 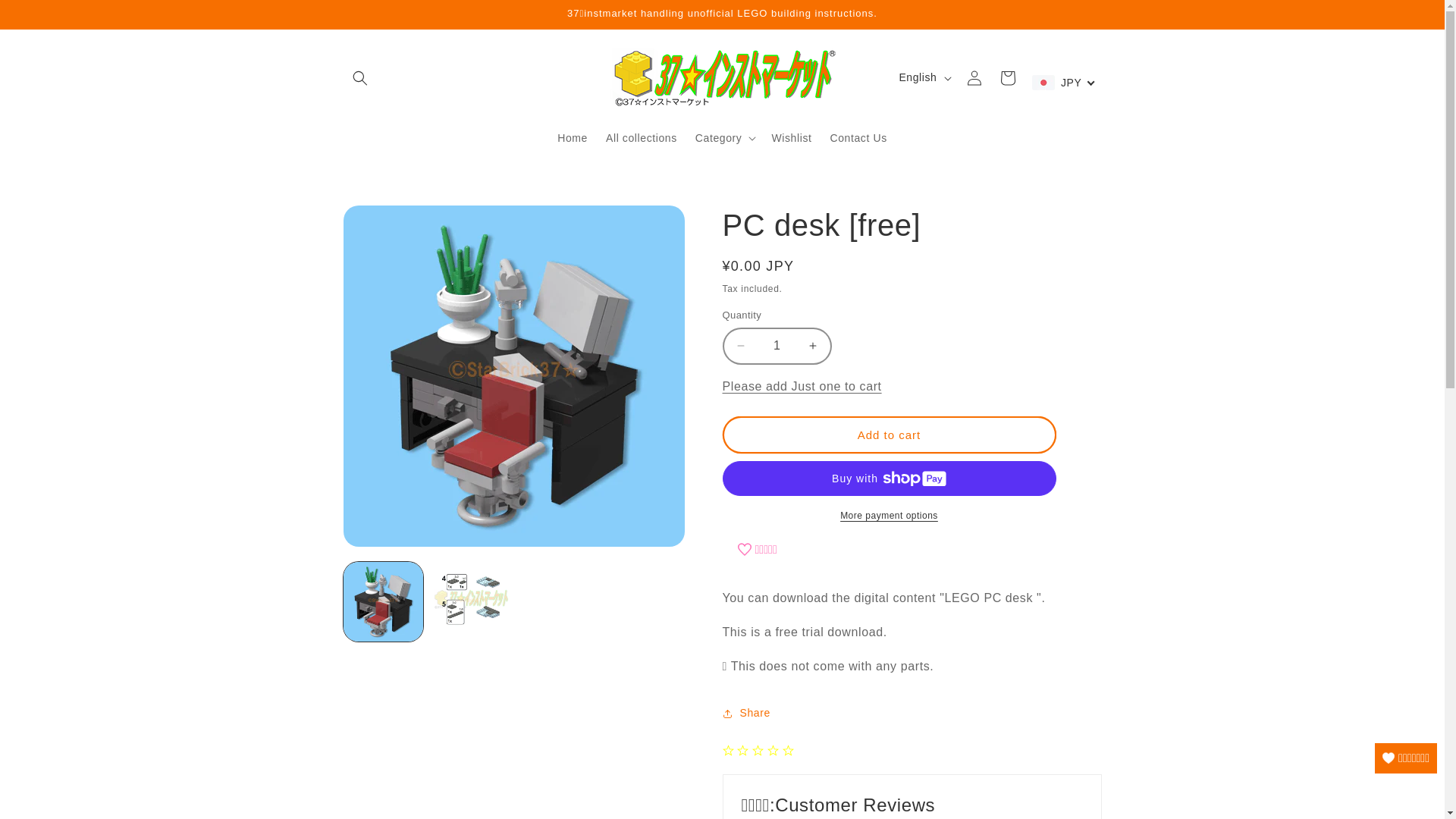 What do you see at coordinates (389, 223) in the screenshot?
I see `'Skip to product information'` at bounding box center [389, 223].